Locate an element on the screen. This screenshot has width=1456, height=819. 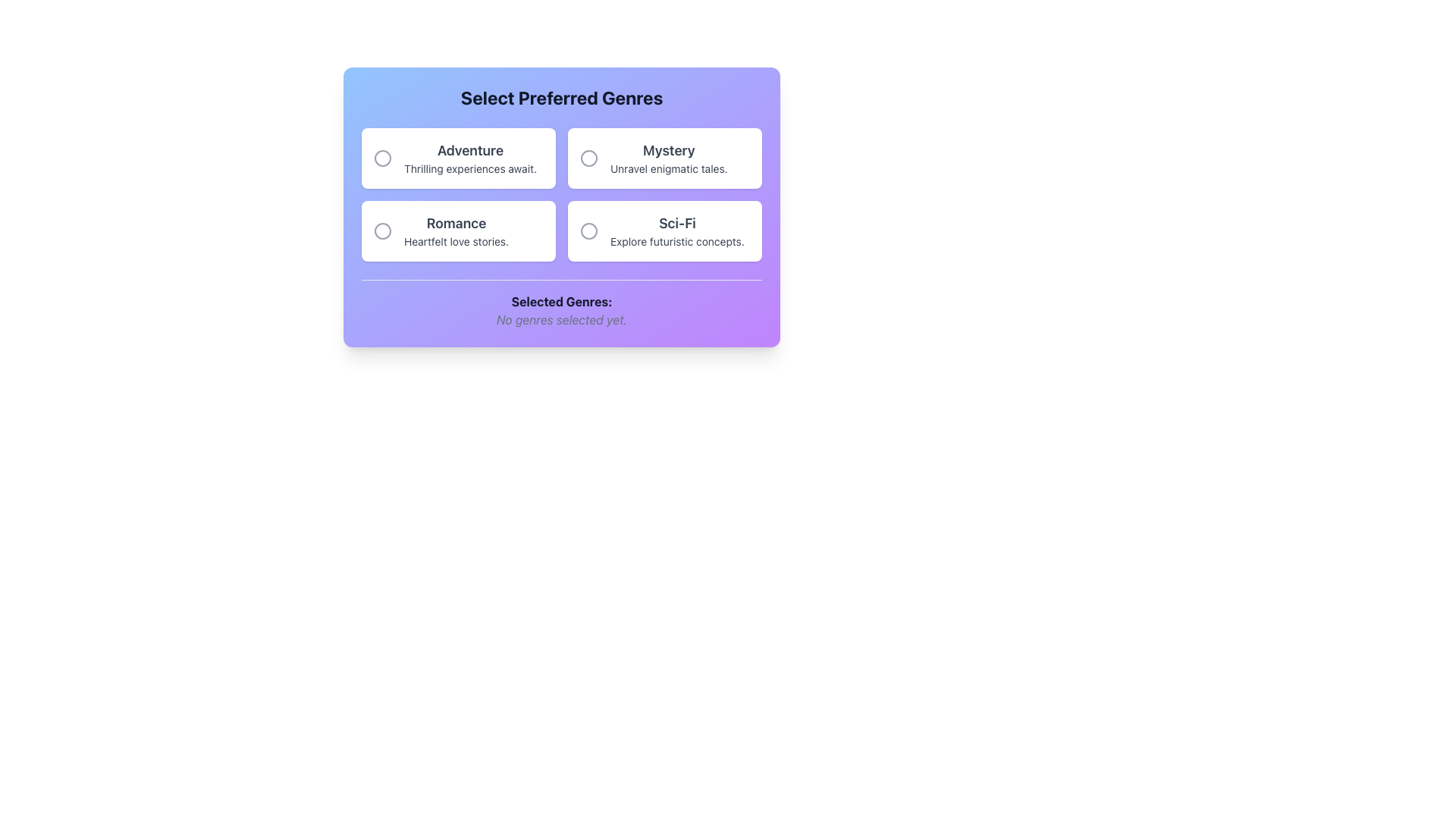
the text display element that shows 'Selected Genres:' in bold and 'No genres selected yet.' in italicized gray, located below the genre options grid is located at coordinates (560, 304).